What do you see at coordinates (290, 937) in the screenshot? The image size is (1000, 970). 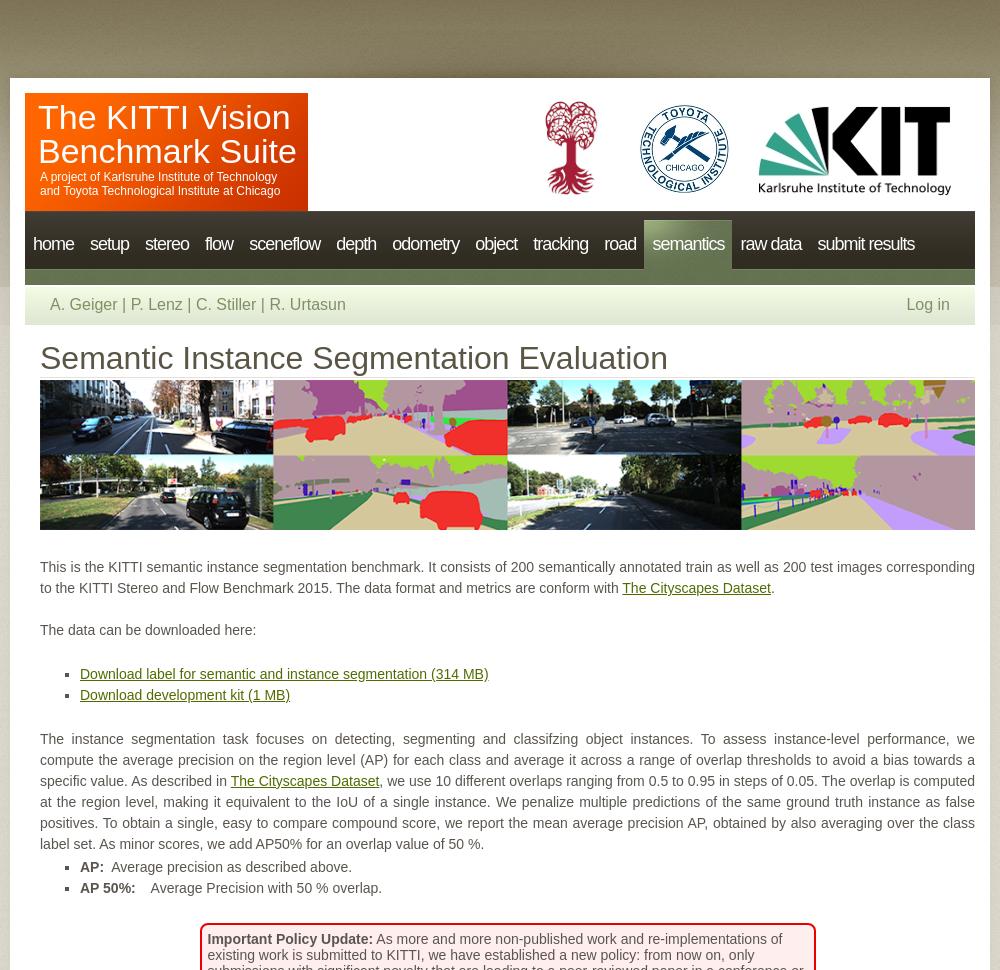 I see `'Important Policy Update:'` at bounding box center [290, 937].